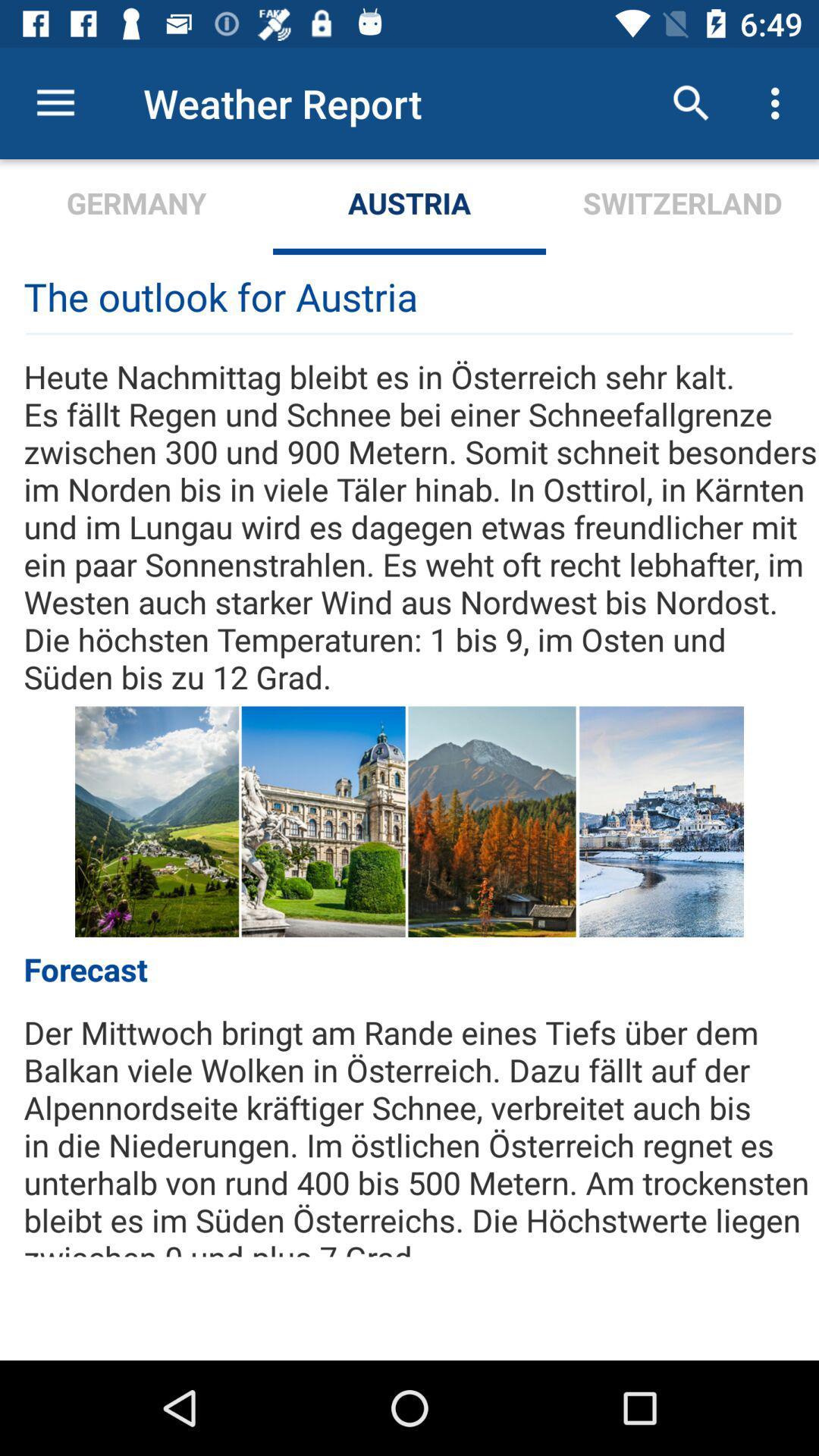 The height and width of the screenshot is (1456, 819). Describe the element at coordinates (136, 206) in the screenshot. I see `icon to the left of the austria icon` at that location.